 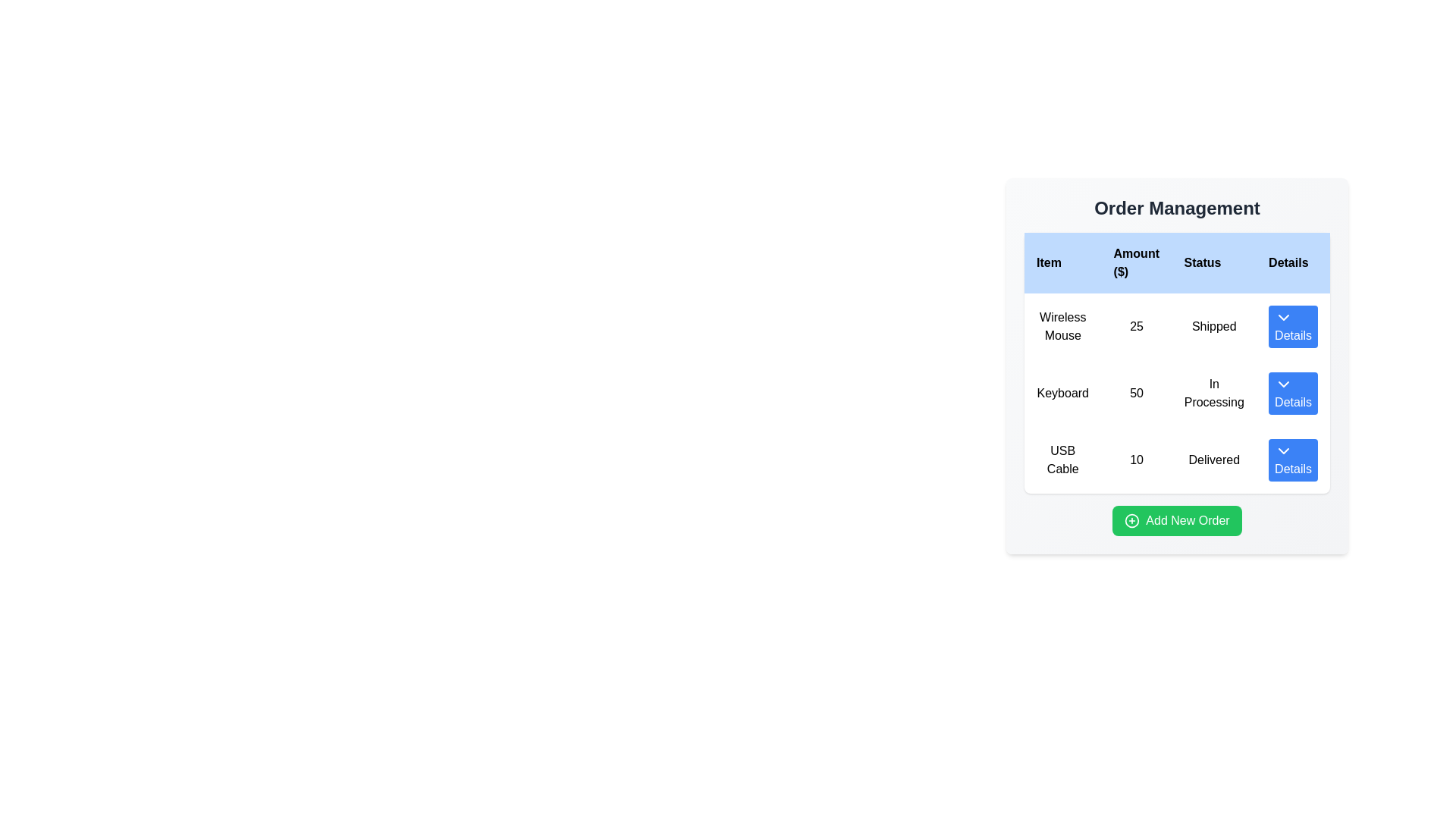 I want to click on the Text Display that shows the numerical value '25' in bold text, located in the 'Amount ($)' column for the 'Wireless Mouse' entry, so click(x=1136, y=326).